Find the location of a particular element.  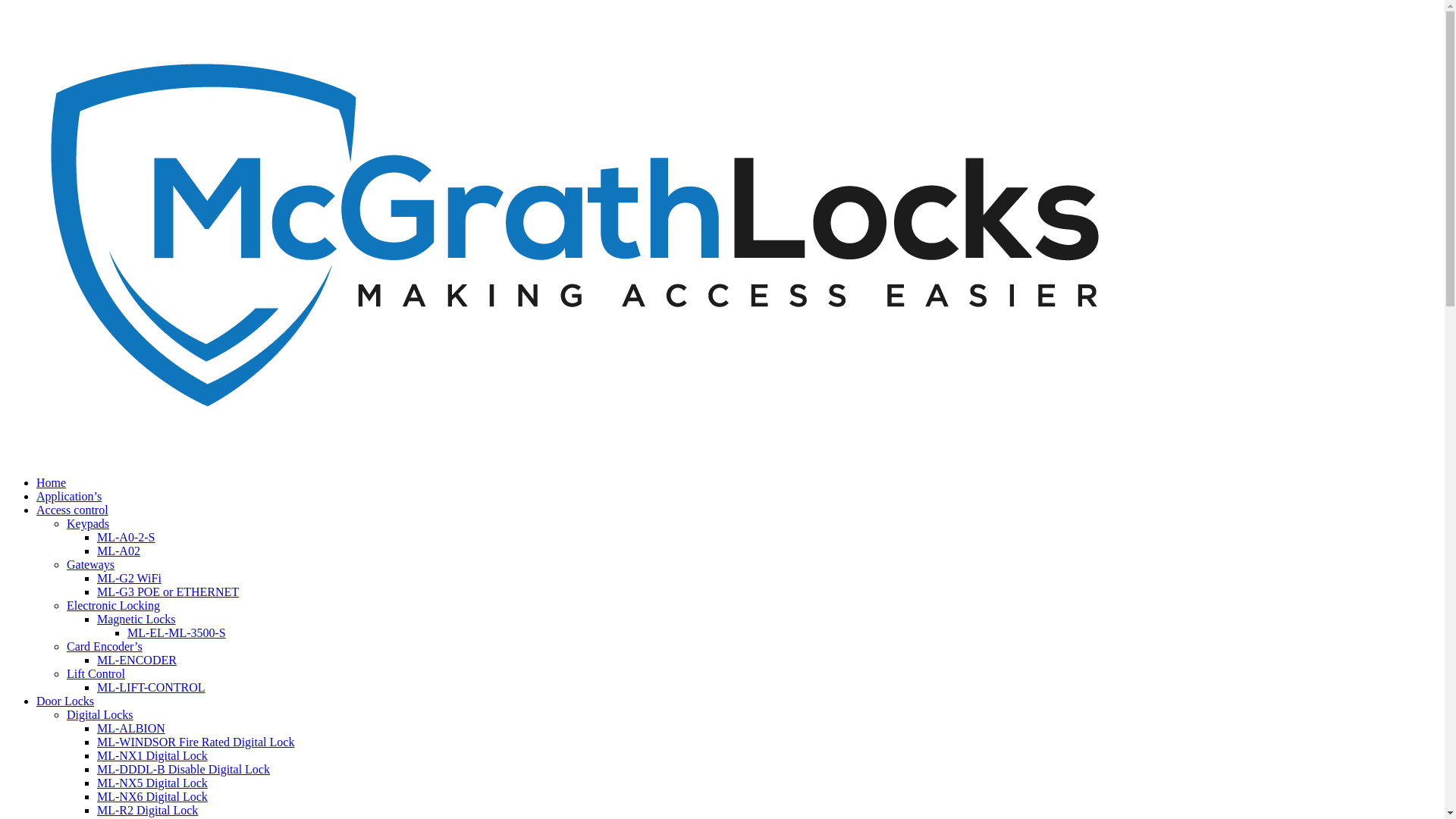

'Keypads' is located at coordinates (86, 522).